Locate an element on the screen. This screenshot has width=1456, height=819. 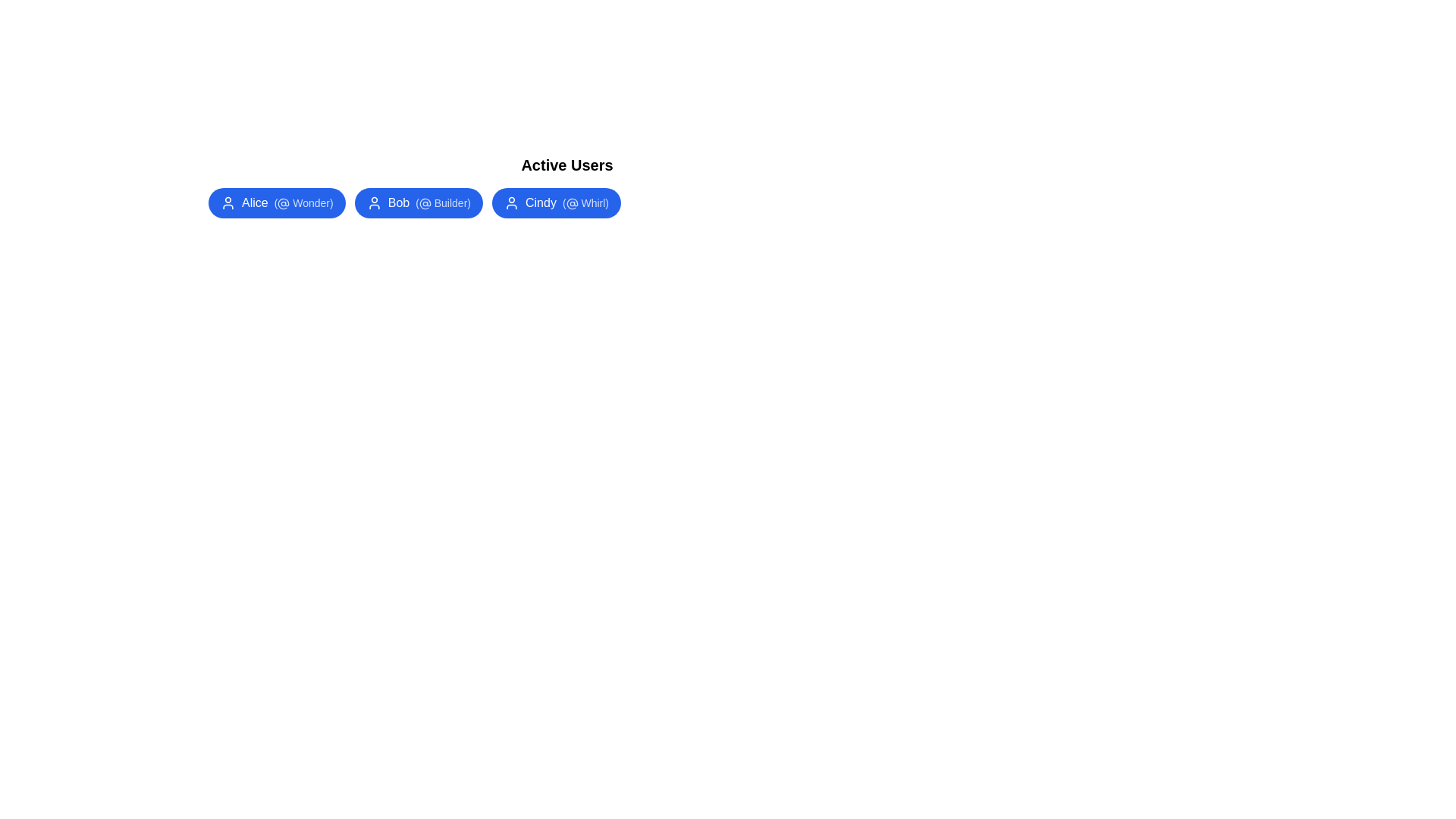
the user chip for Cindy is located at coordinates (556, 202).